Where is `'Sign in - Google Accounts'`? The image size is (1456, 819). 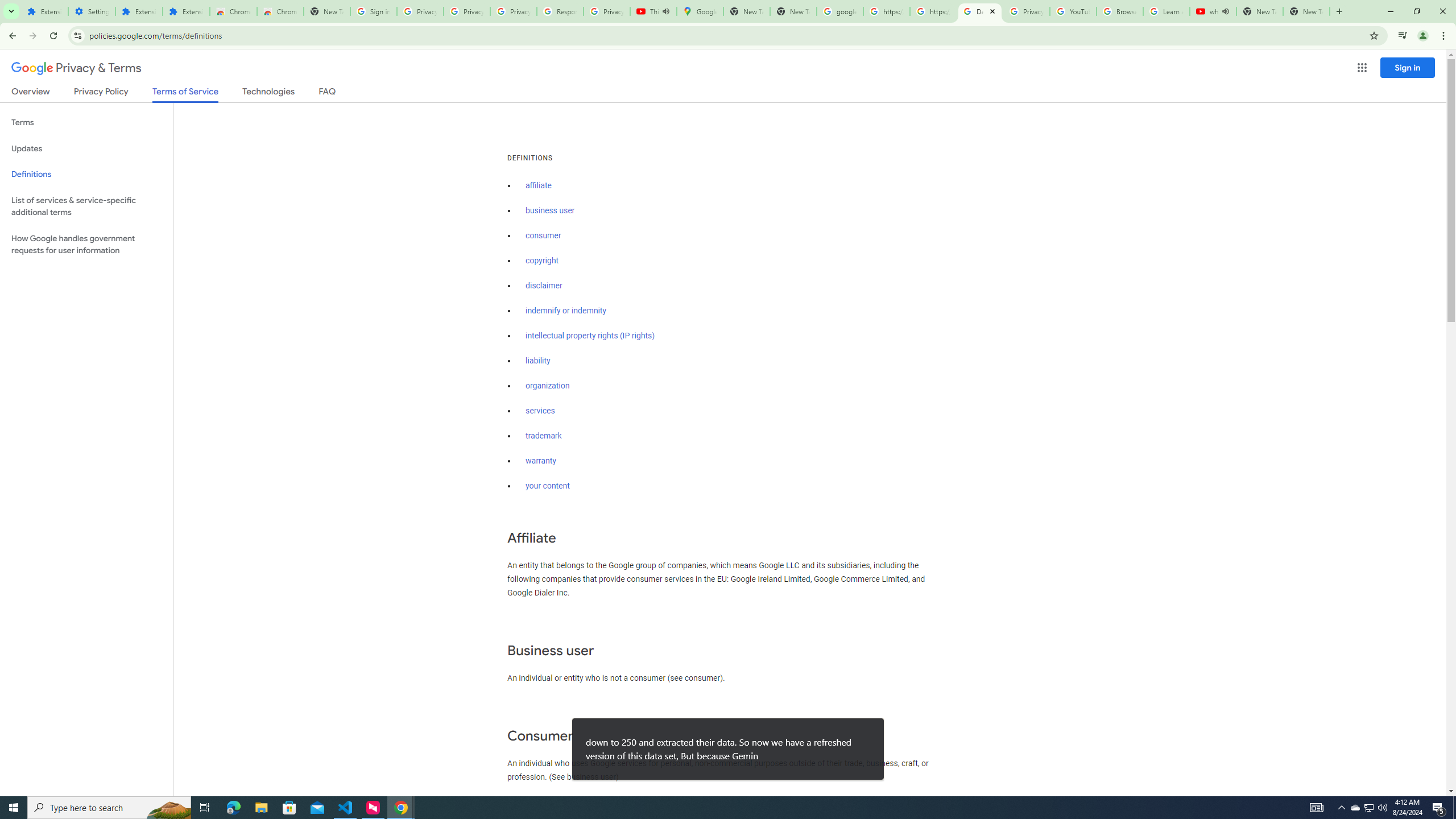
'Sign in - Google Accounts' is located at coordinates (373, 11).